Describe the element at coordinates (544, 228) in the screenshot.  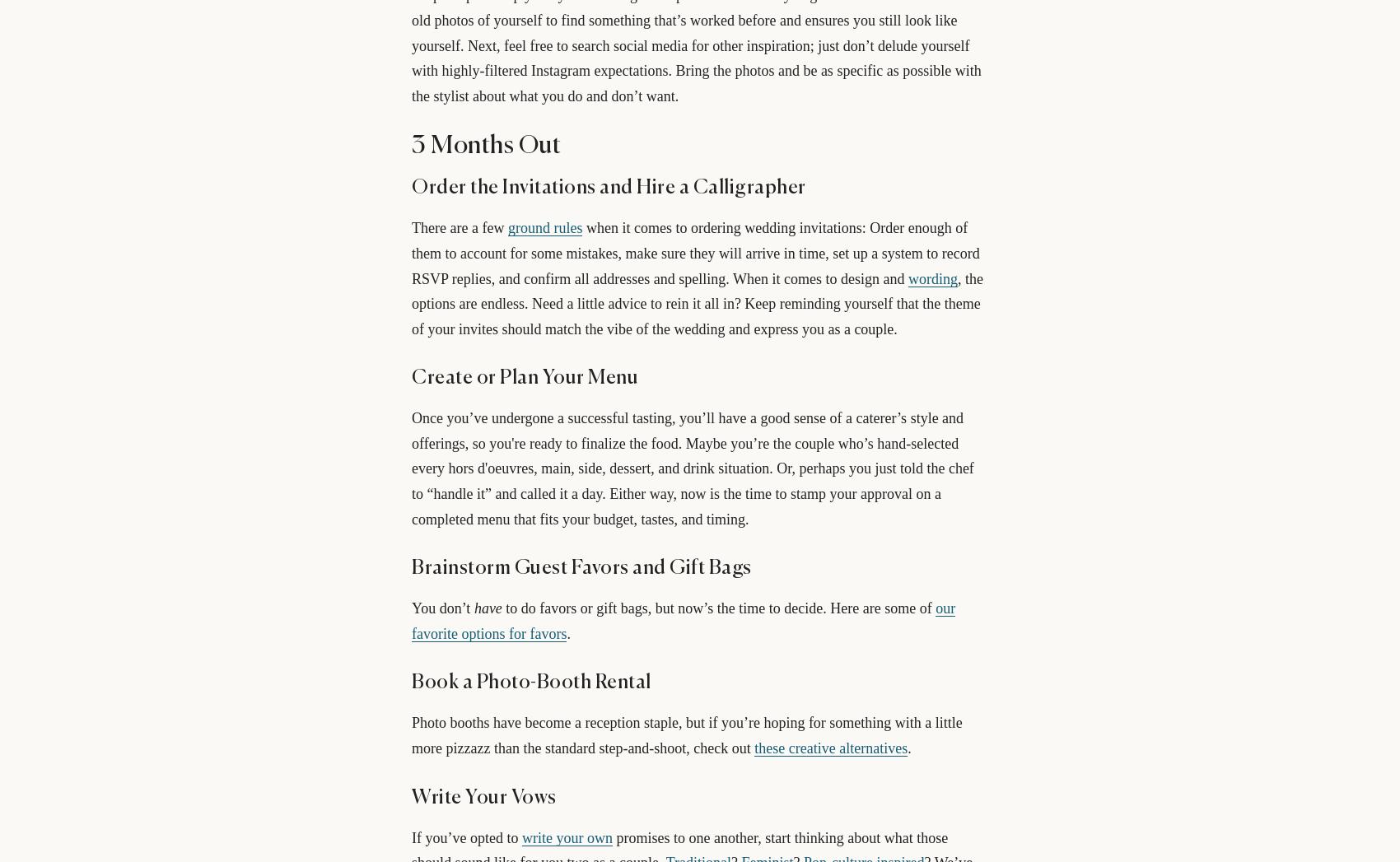
I see `'ground rules'` at that location.